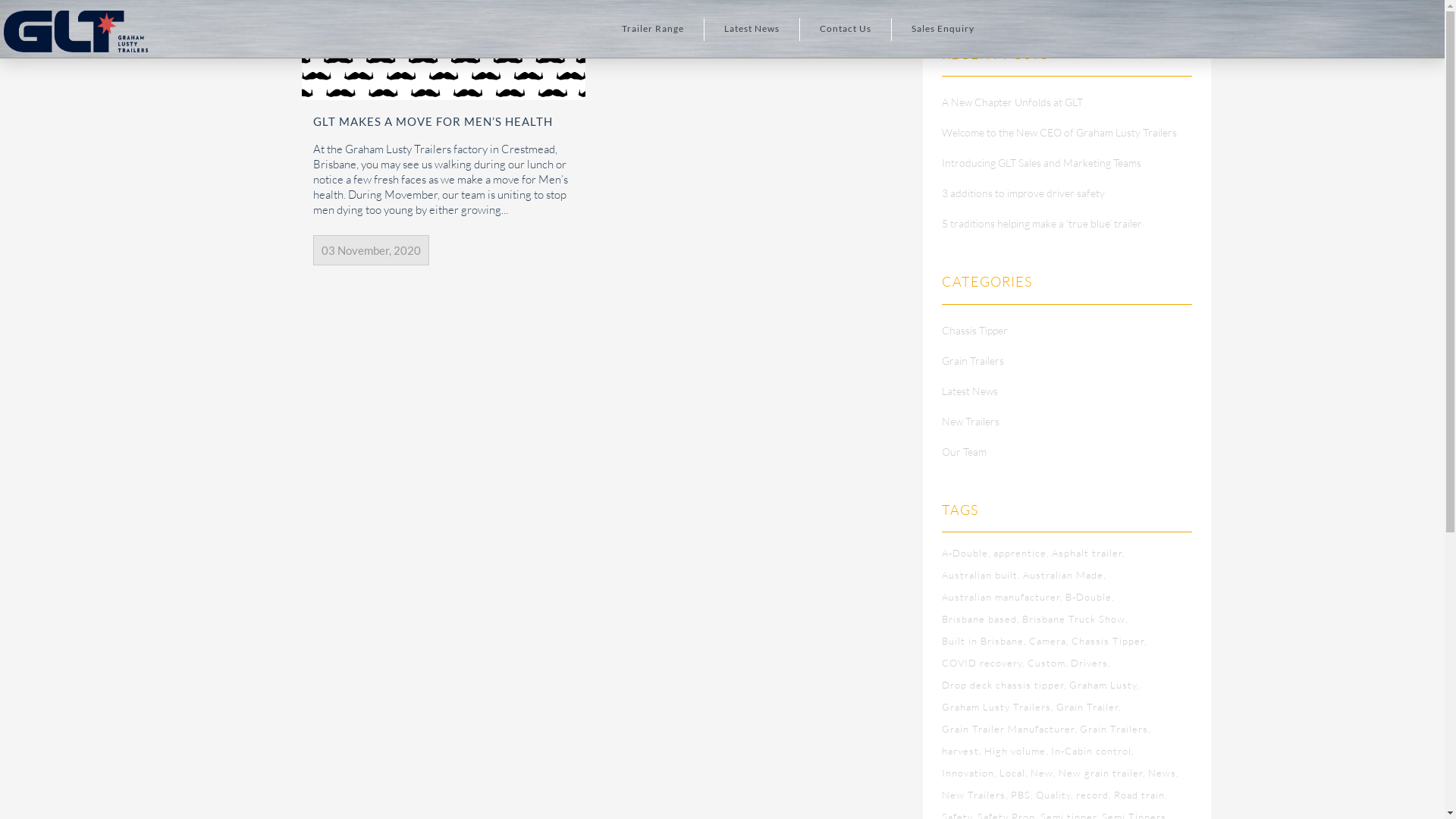 Image resolution: width=1456 pixels, height=819 pixels. Describe the element at coordinates (941, 575) in the screenshot. I see `'Australian built'` at that location.